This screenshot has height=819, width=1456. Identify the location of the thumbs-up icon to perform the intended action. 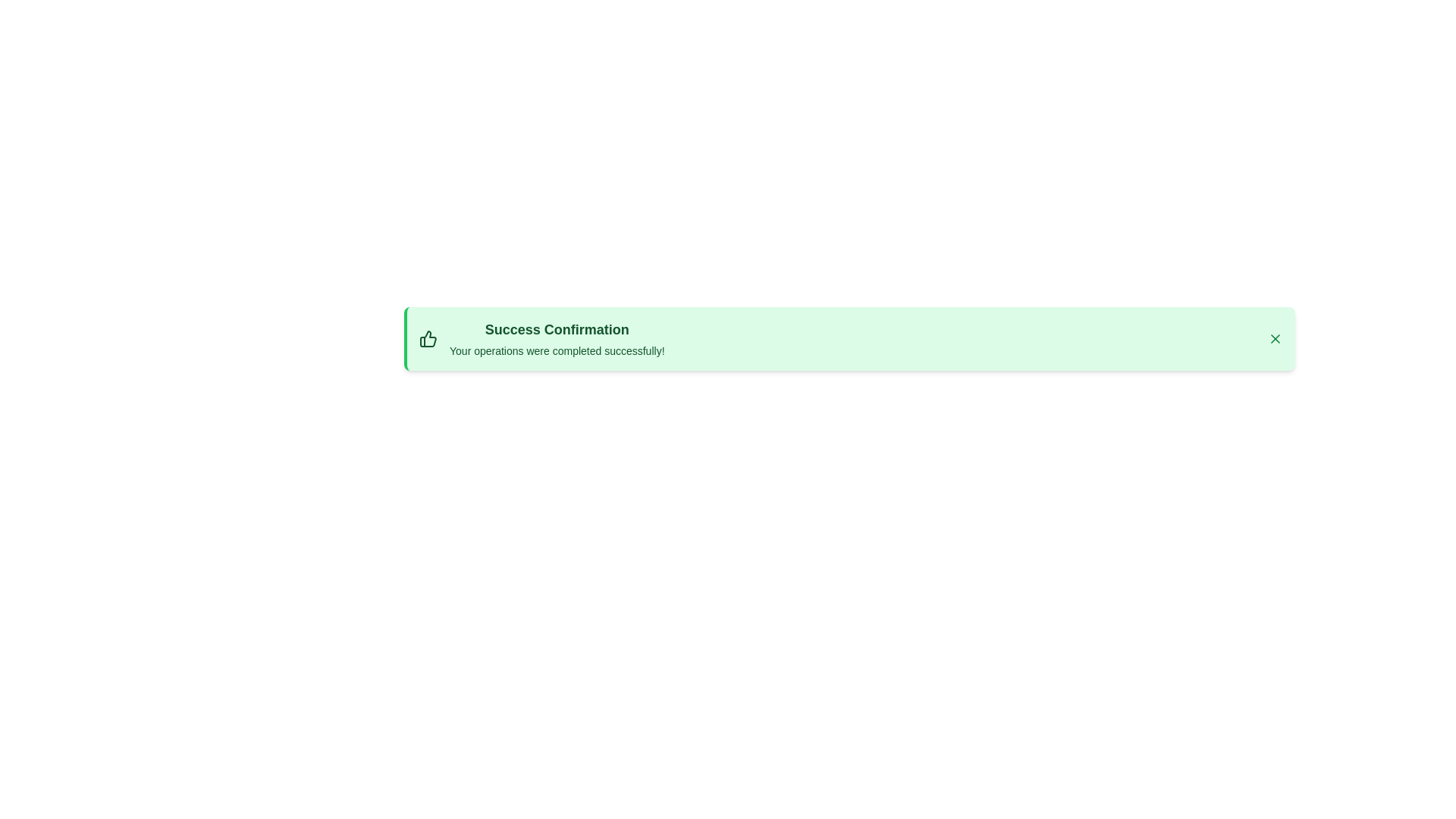
(428, 338).